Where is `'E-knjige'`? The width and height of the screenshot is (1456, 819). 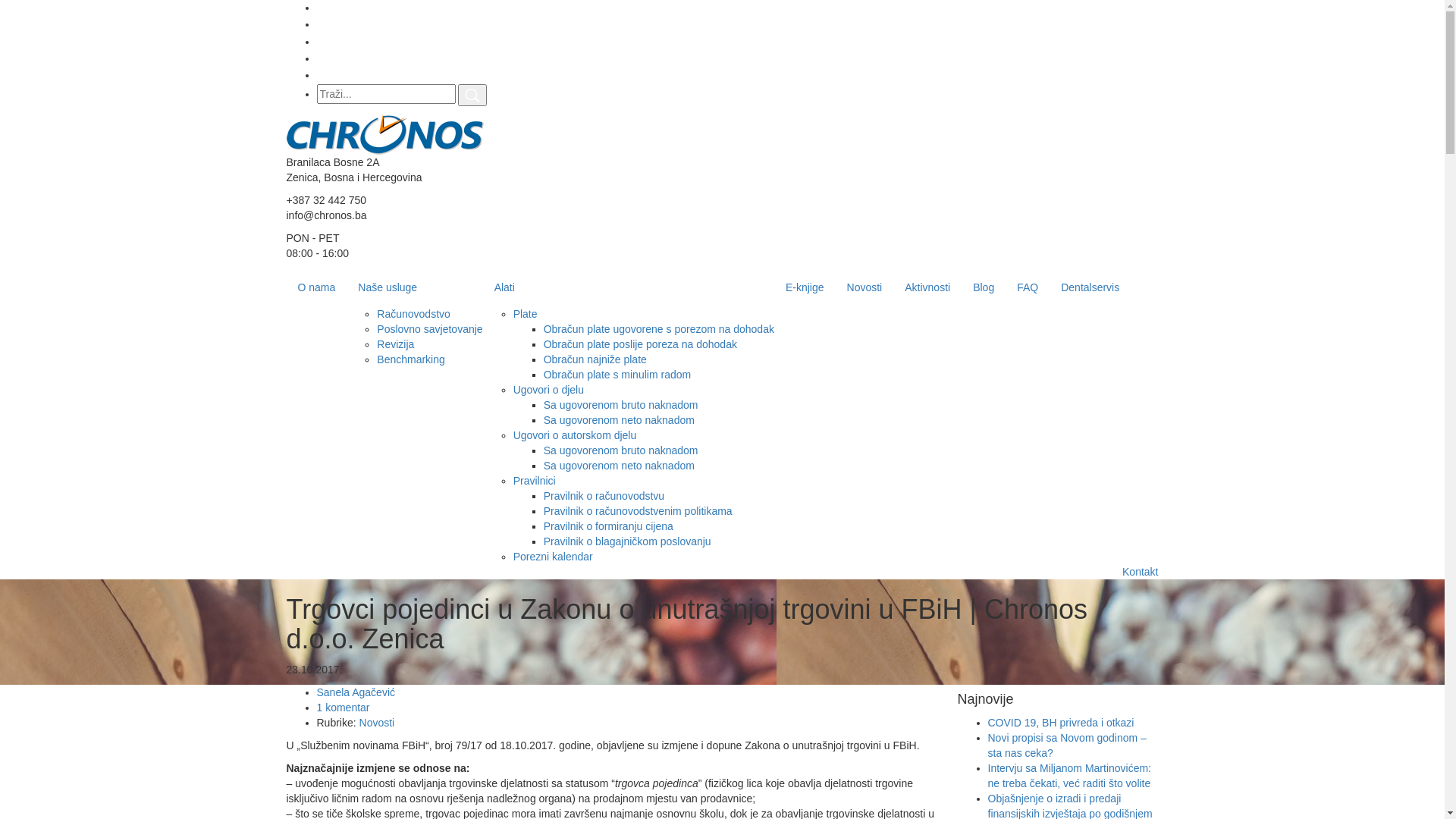 'E-knjige' is located at coordinates (804, 287).